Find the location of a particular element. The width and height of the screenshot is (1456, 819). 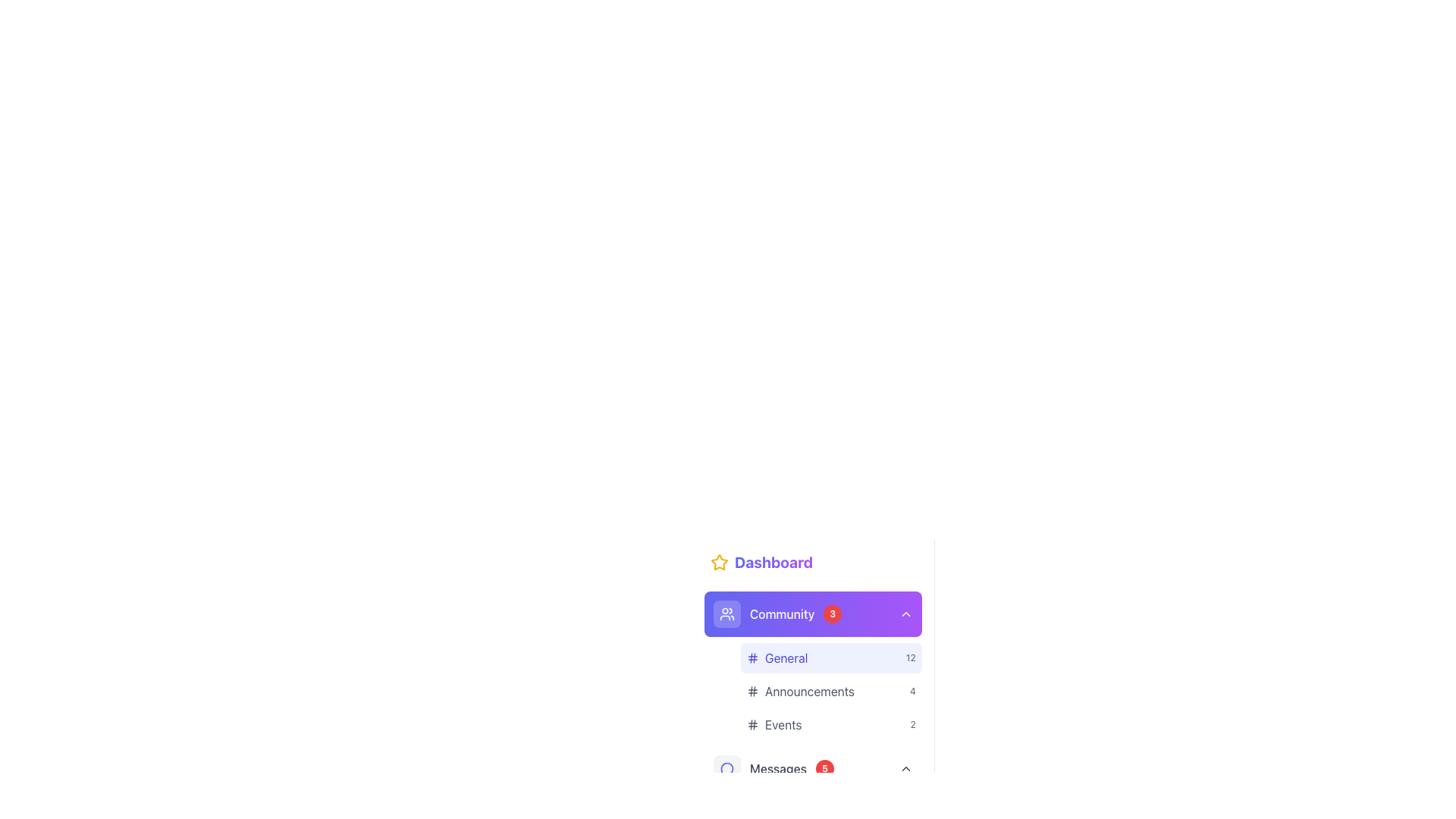

the 'Dashboard' label with a decorative star icon is located at coordinates (761, 562).